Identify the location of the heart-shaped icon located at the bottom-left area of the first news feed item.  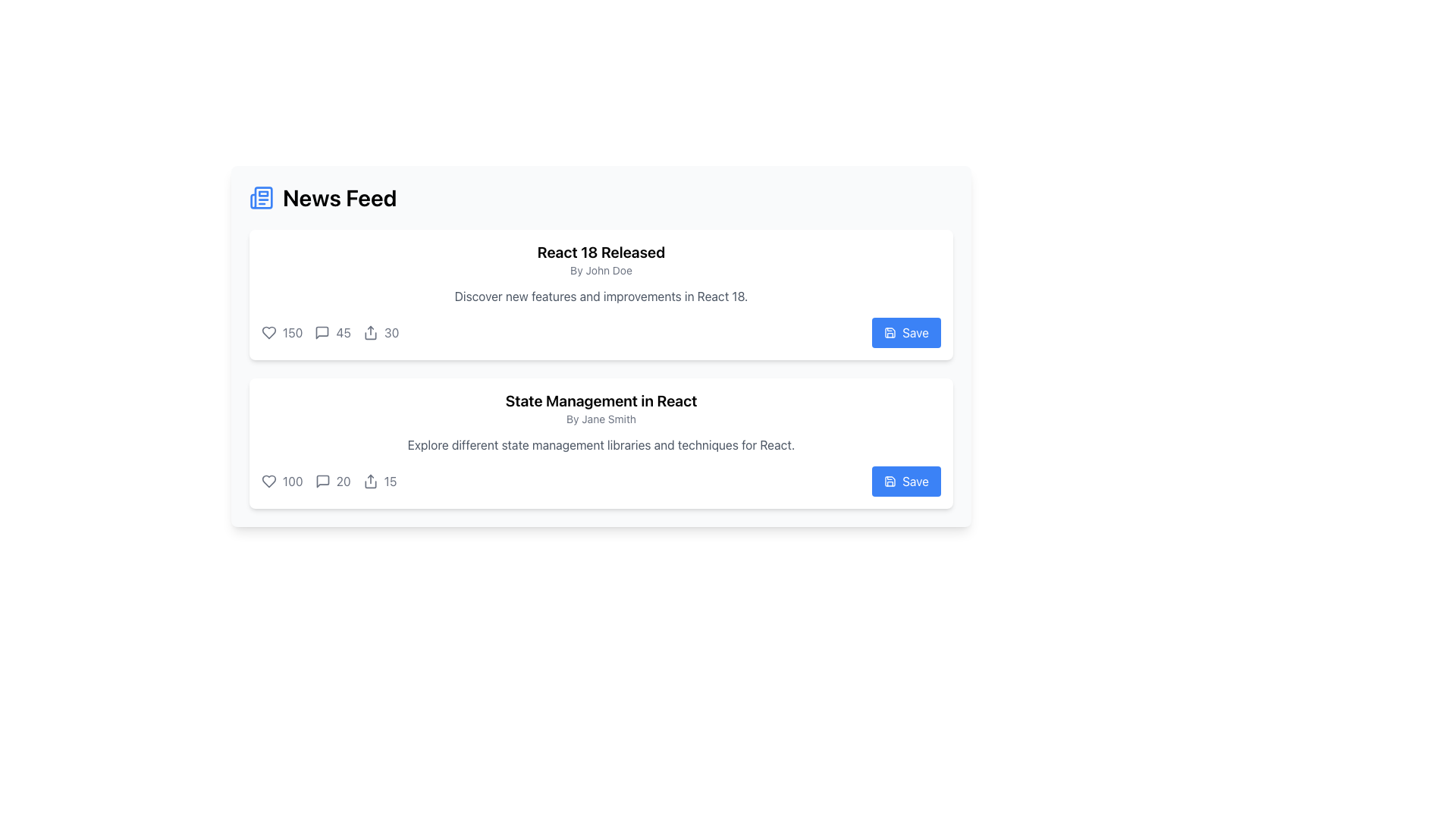
(269, 332).